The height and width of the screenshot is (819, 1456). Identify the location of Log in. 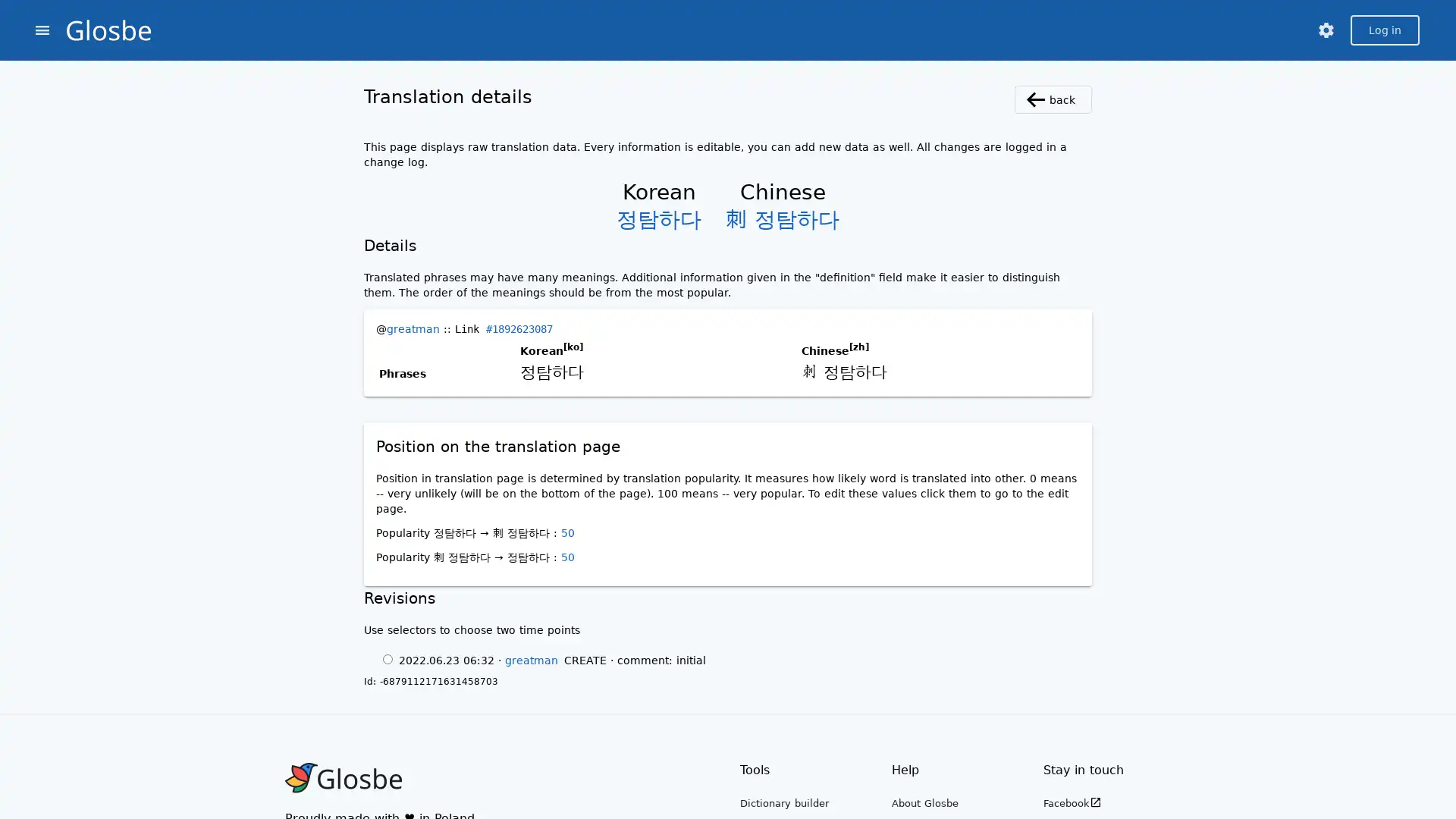
(1385, 30).